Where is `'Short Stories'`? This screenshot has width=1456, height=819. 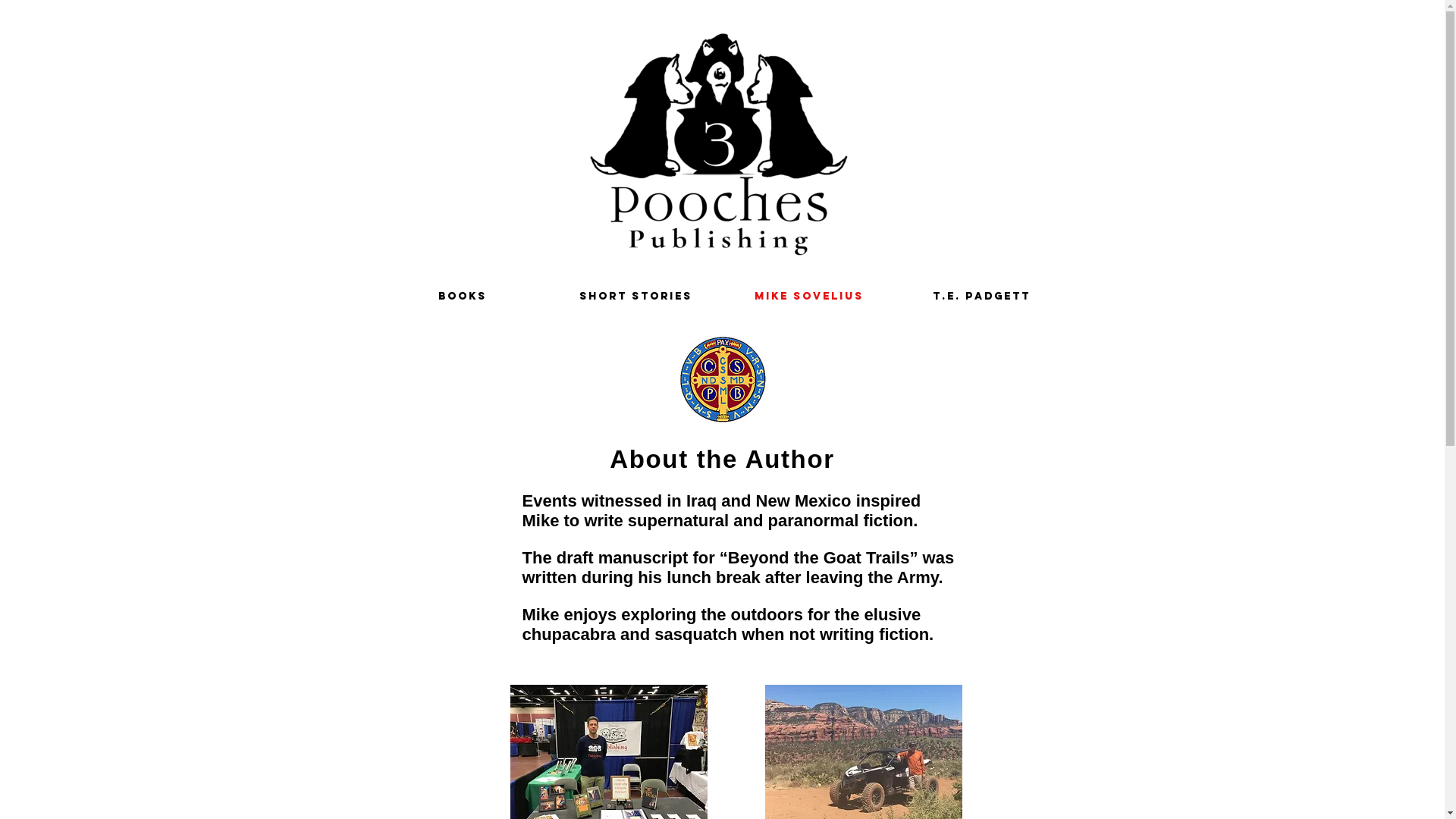
'Short Stories' is located at coordinates (548, 296).